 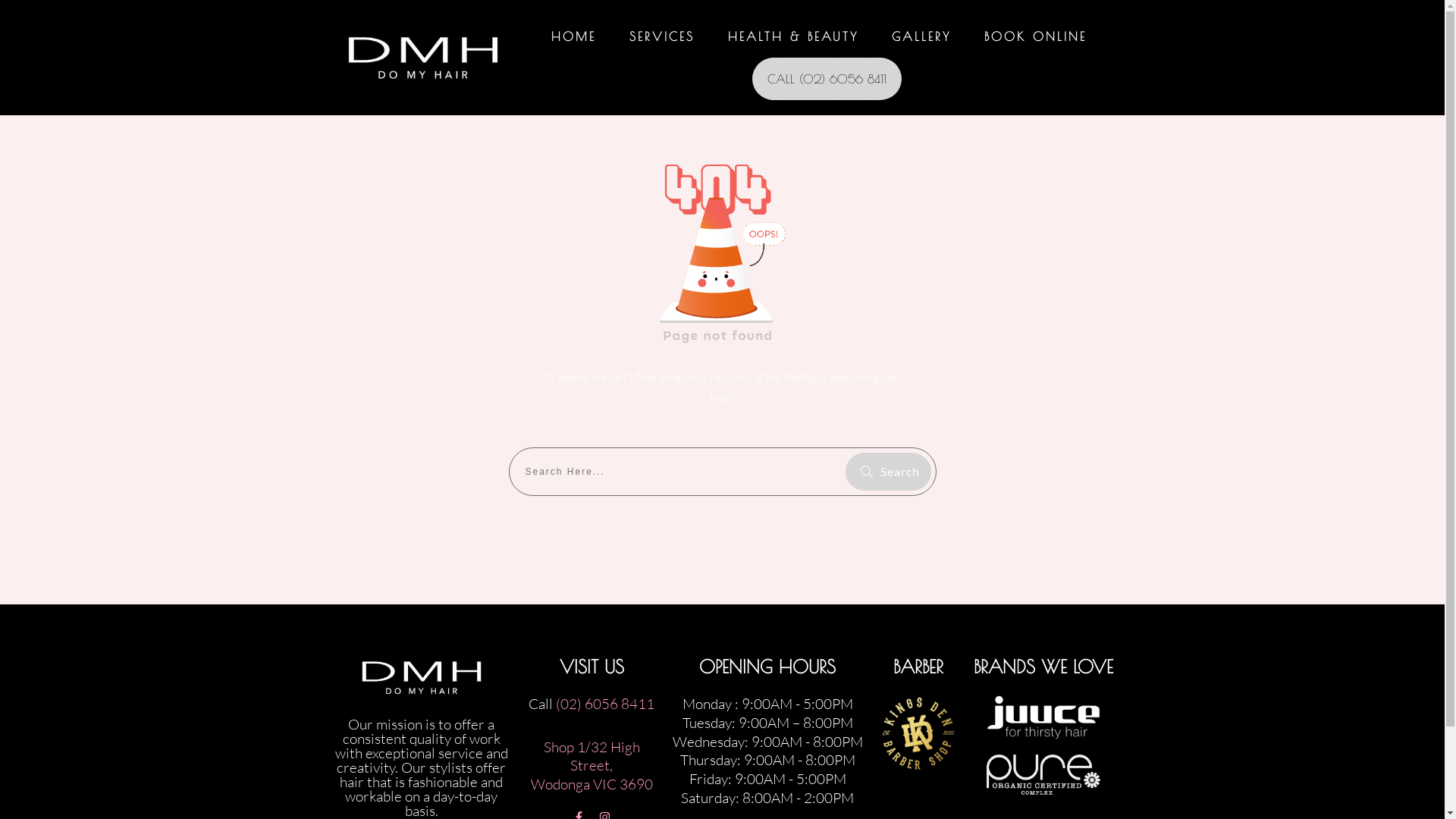 What do you see at coordinates (826, 79) in the screenshot?
I see `'CALL (02) 6056 8411'` at bounding box center [826, 79].